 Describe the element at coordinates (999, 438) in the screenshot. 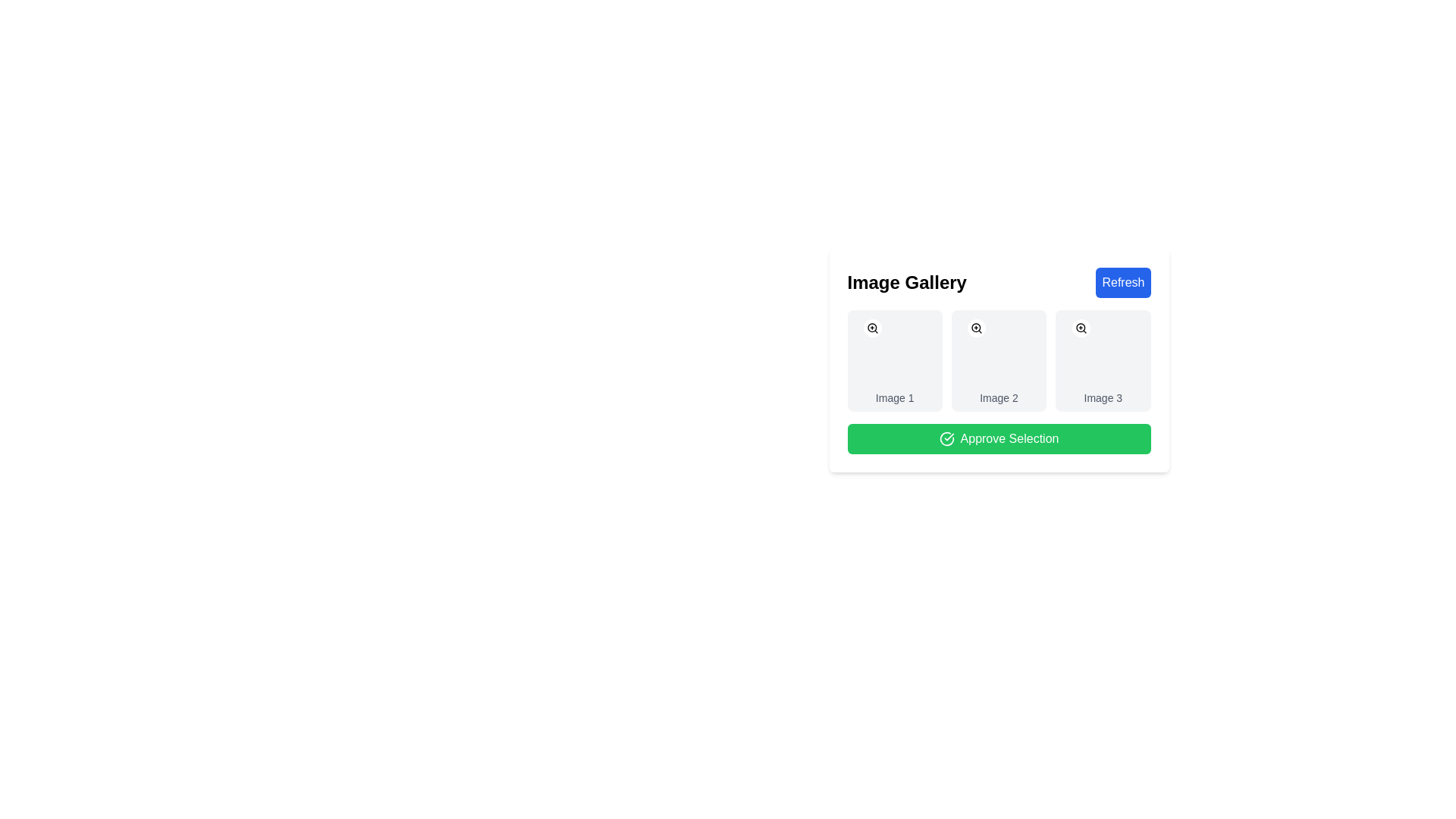

I see `the green button labeled 'Approve Selection' located at the bottom of the 'Image Gallery' panel` at that location.